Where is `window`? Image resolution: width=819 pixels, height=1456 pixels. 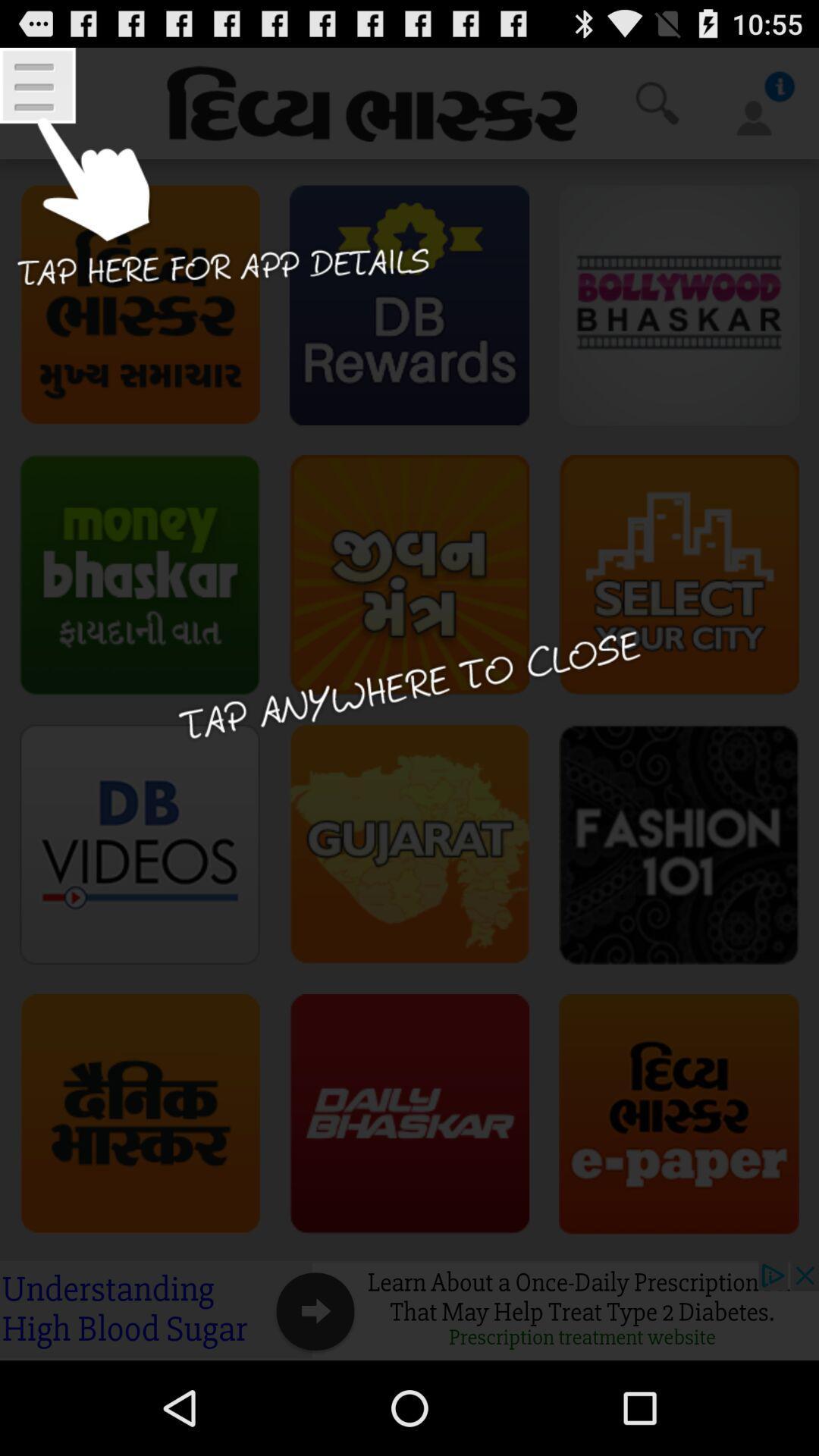 window is located at coordinates (409, 703).